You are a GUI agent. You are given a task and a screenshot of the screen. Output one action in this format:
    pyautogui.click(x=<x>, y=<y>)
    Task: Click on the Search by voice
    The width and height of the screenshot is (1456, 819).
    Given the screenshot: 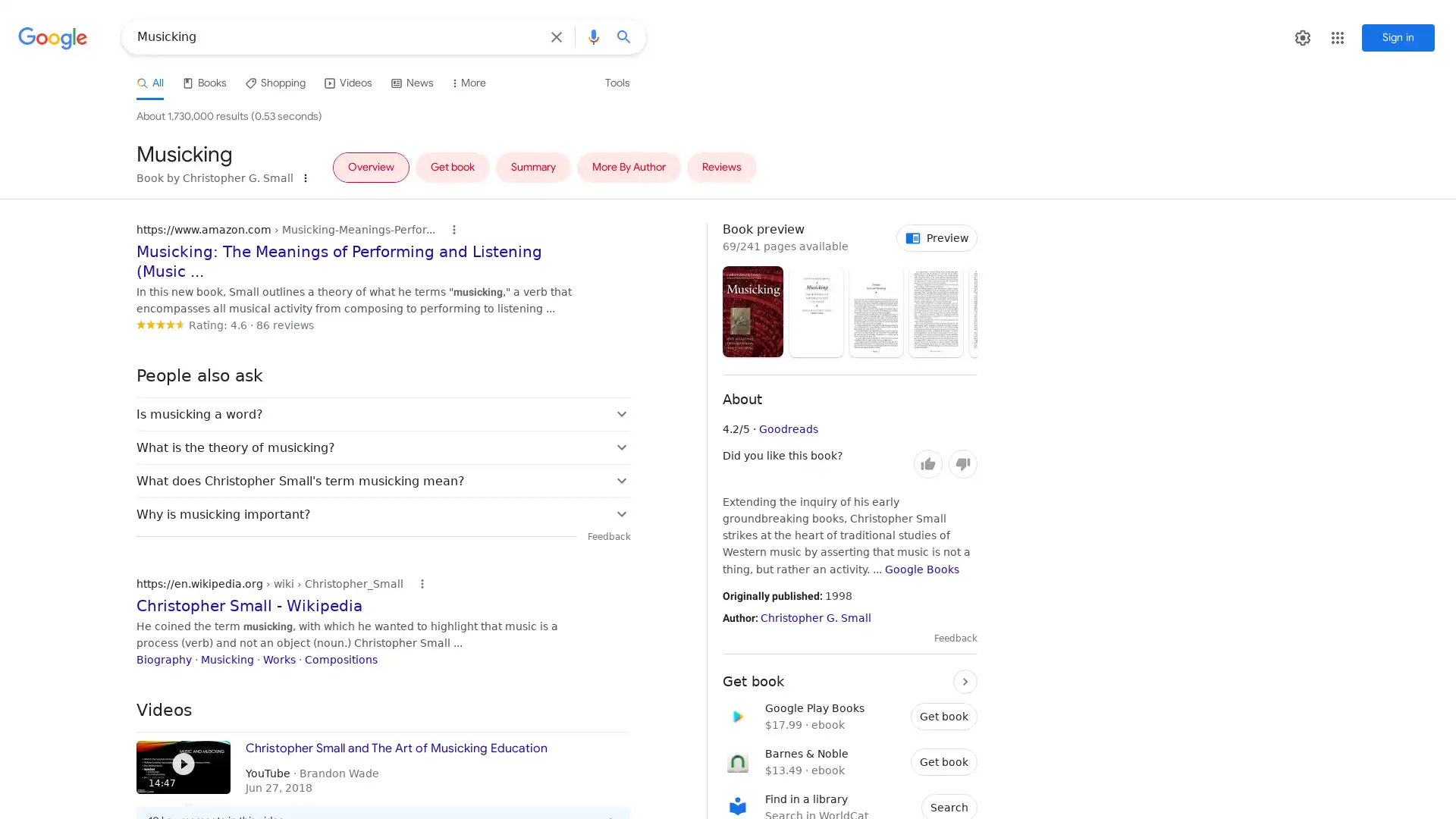 What is the action you would take?
    pyautogui.click(x=592, y=36)
    